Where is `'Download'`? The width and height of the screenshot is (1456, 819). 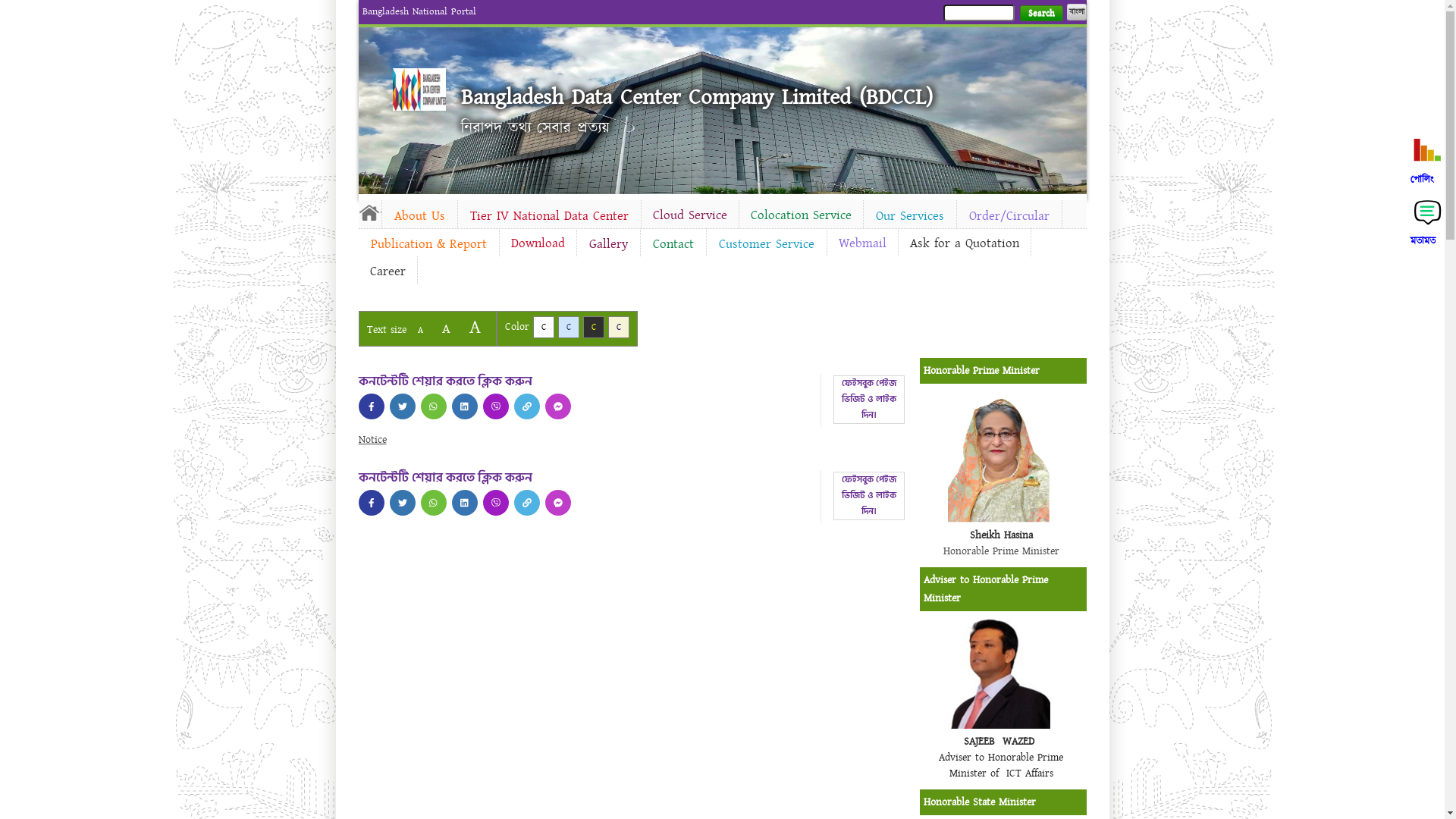 'Download' is located at coordinates (498, 242).